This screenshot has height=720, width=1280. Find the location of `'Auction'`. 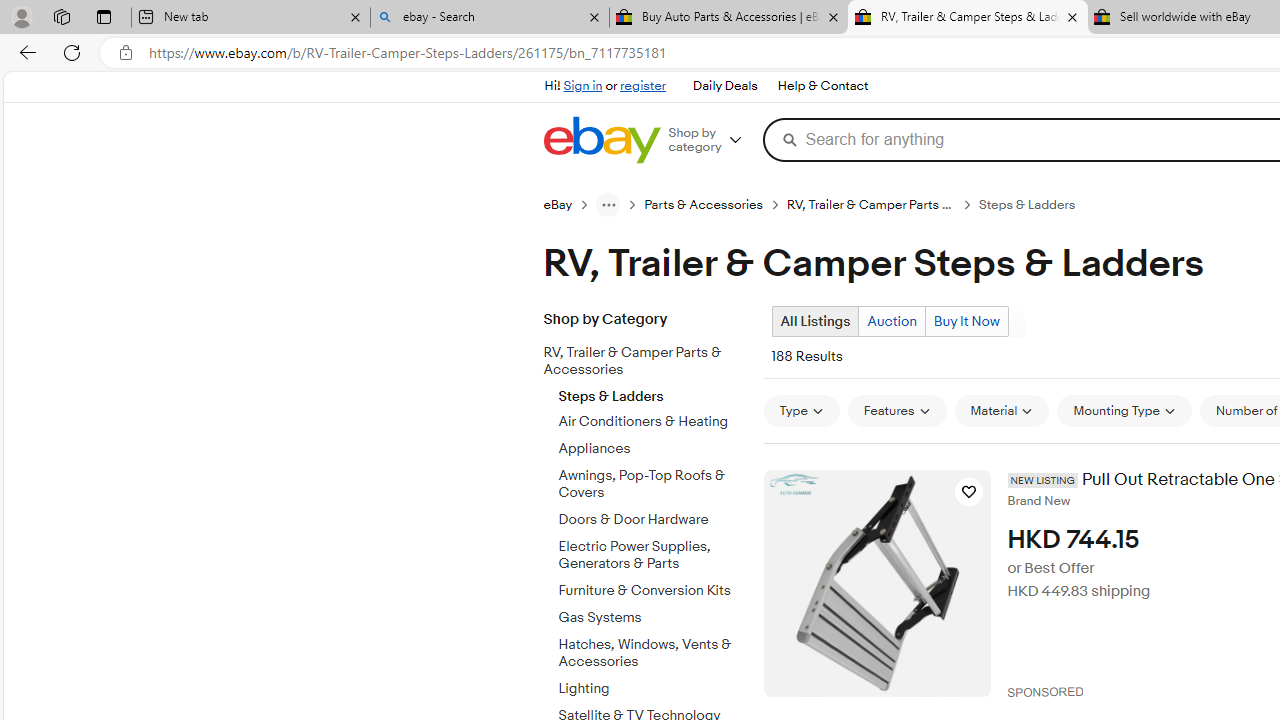

'Auction' is located at coordinates (891, 320).